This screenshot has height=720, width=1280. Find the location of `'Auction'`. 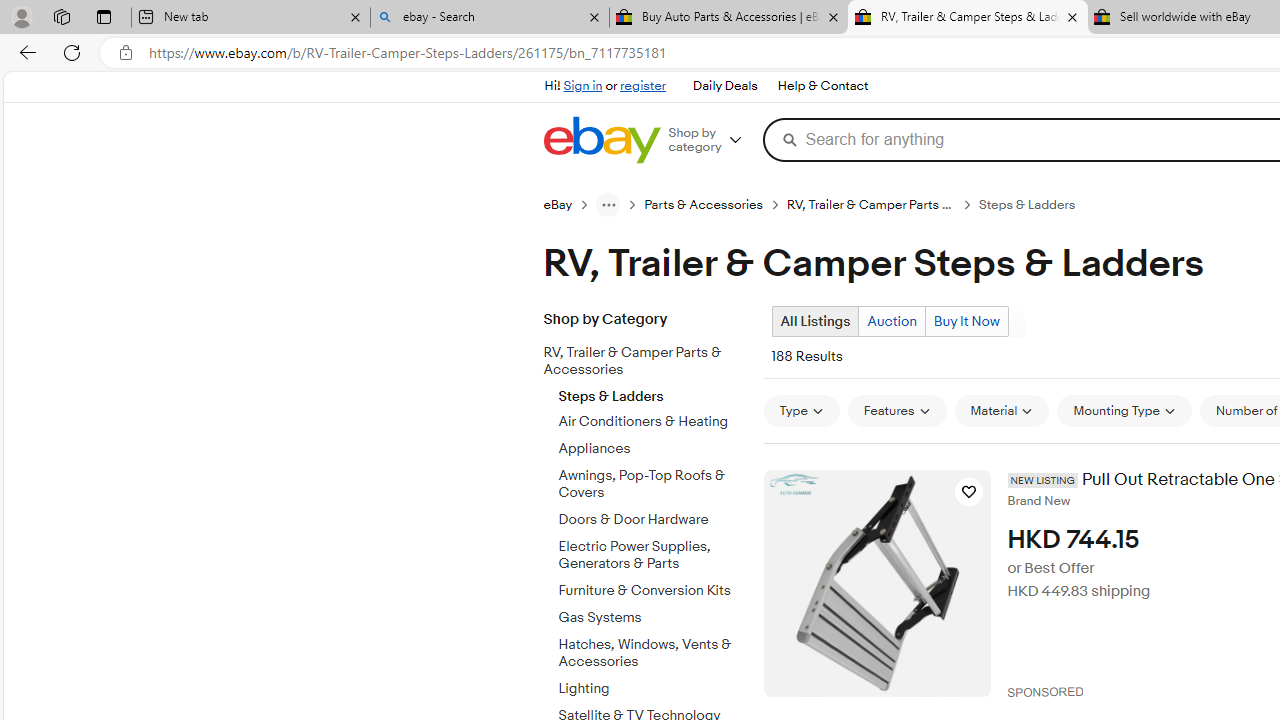

'Auction' is located at coordinates (891, 320).